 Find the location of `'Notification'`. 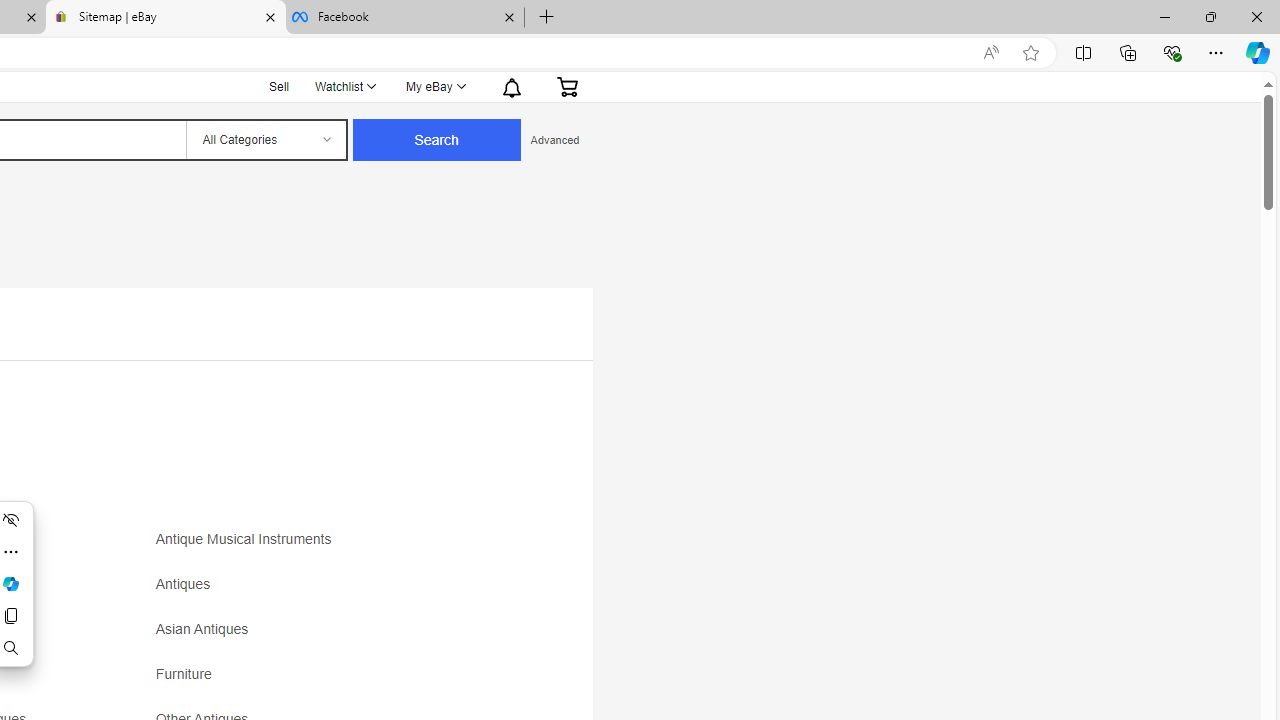

'Notification' is located at coordinates (512, 85).